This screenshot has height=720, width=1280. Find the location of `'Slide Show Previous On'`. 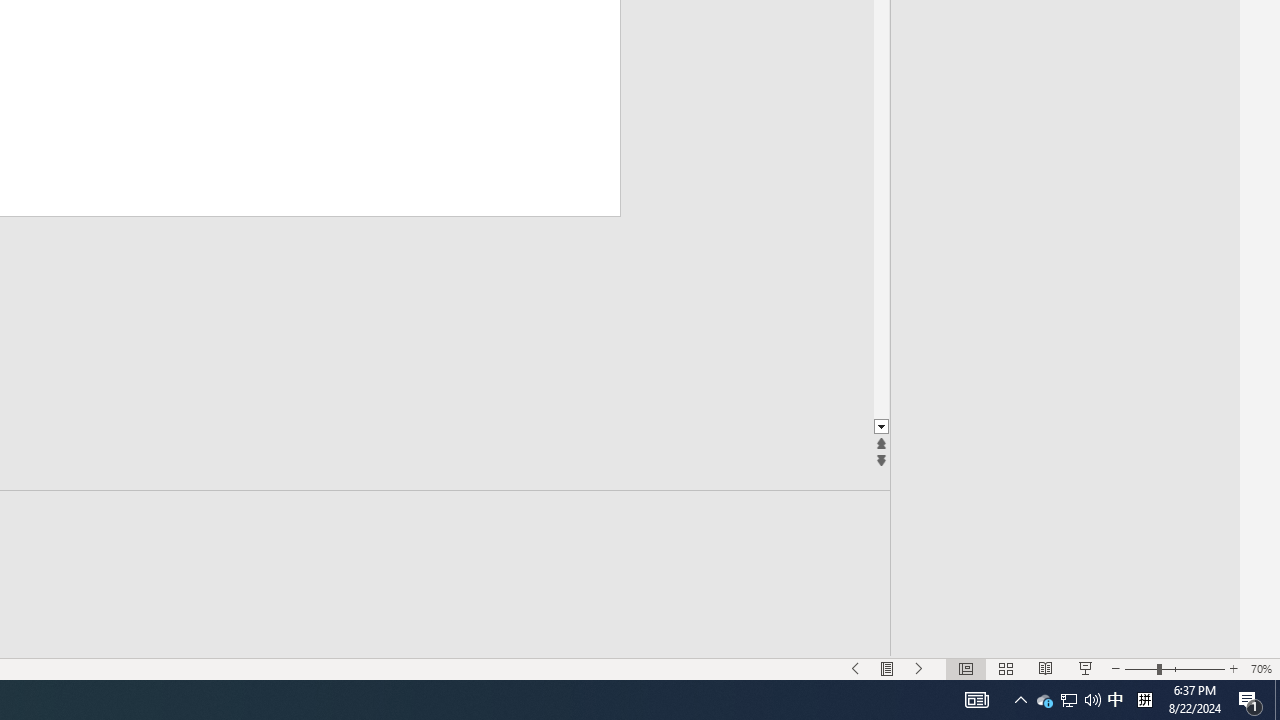

'Slide Show Previous On' is located at coordinates (855, 669).